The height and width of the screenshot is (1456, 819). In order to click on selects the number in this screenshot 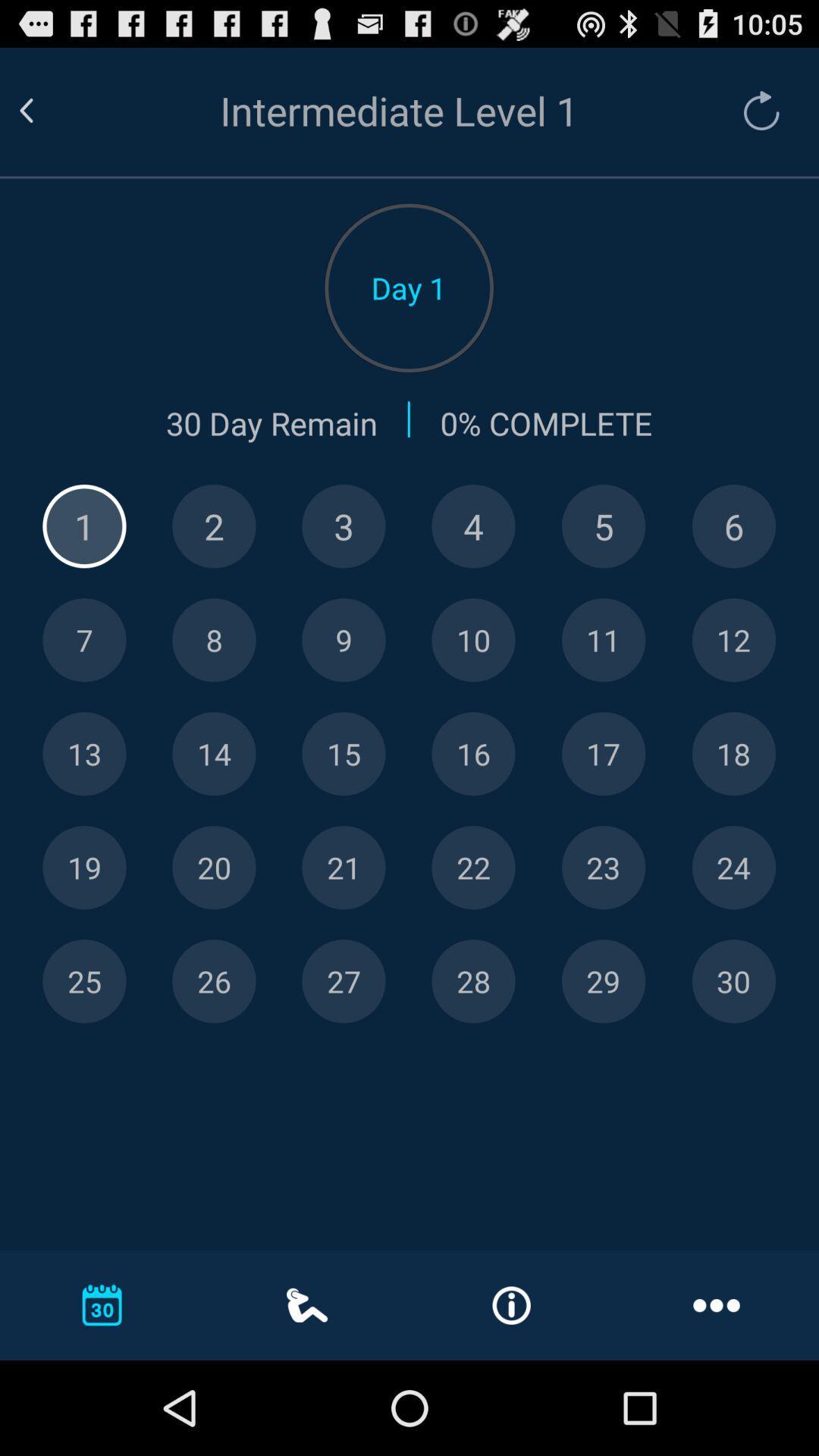, I will do `click(214, 868)`.